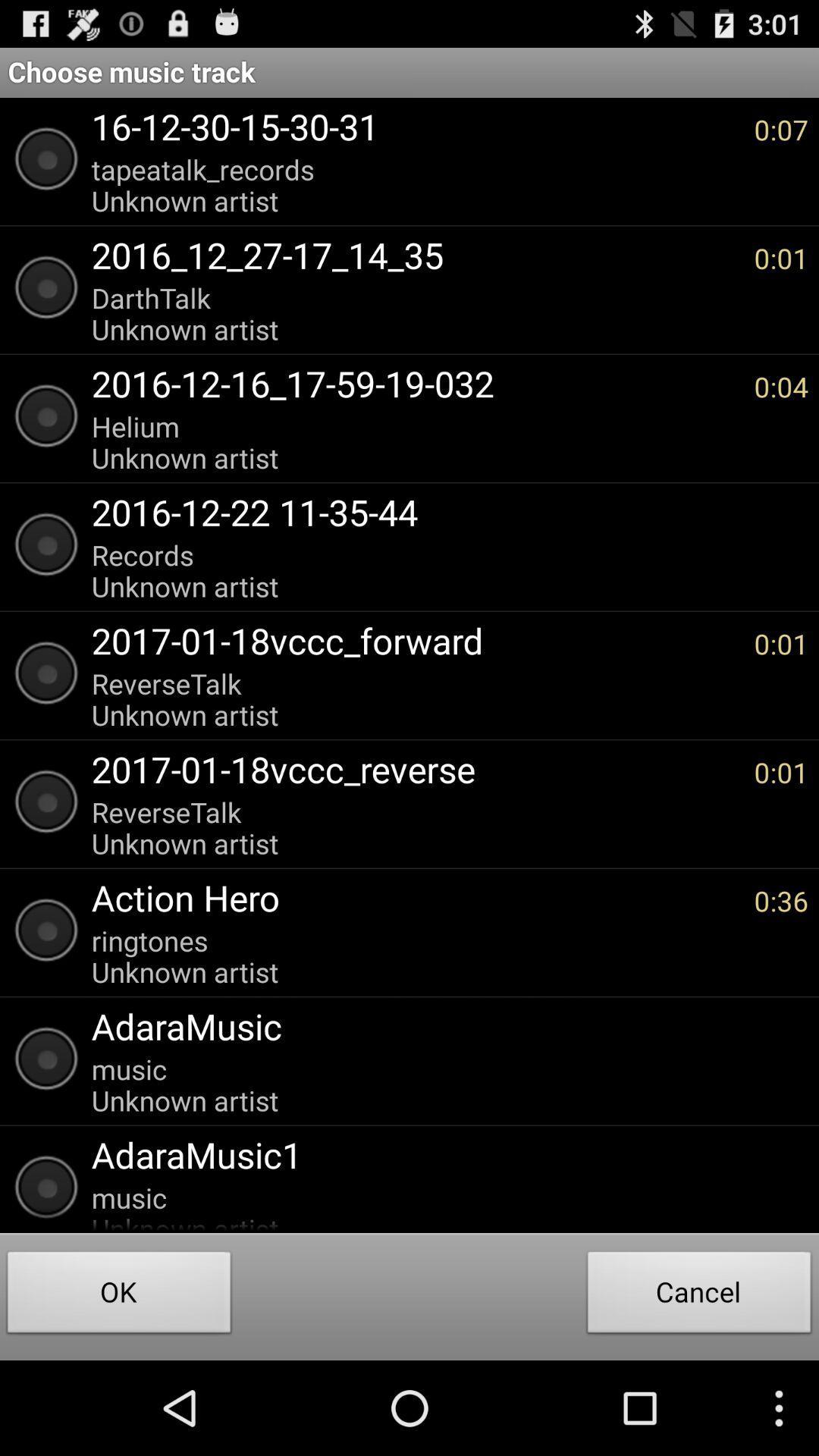 The image size is (819, 1456). Describe the element at coordinates (415, 897) in the screenshot. I see `the app next to the 0:36 item` at that location.